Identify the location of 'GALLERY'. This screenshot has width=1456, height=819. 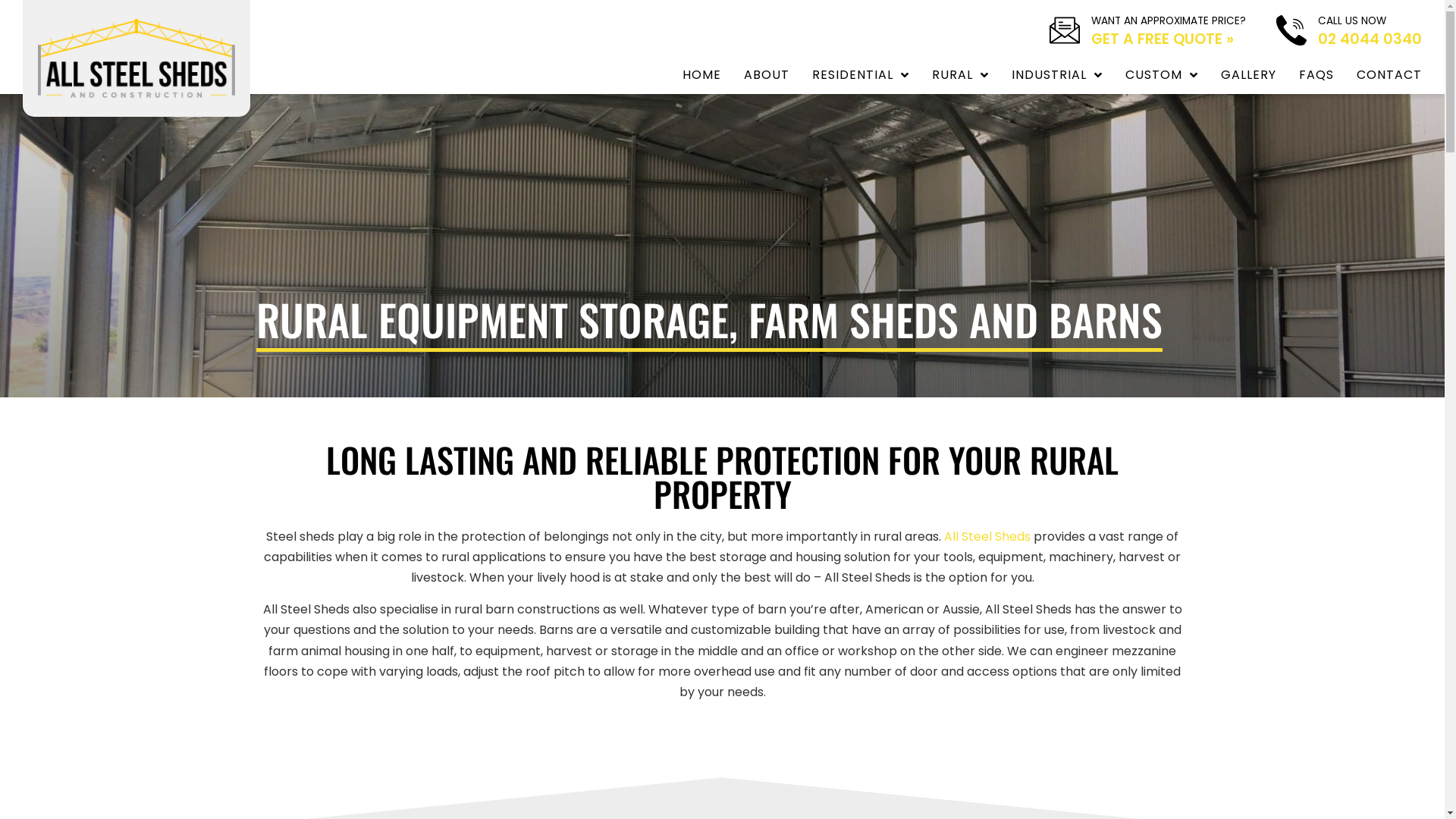
(1248, 75).